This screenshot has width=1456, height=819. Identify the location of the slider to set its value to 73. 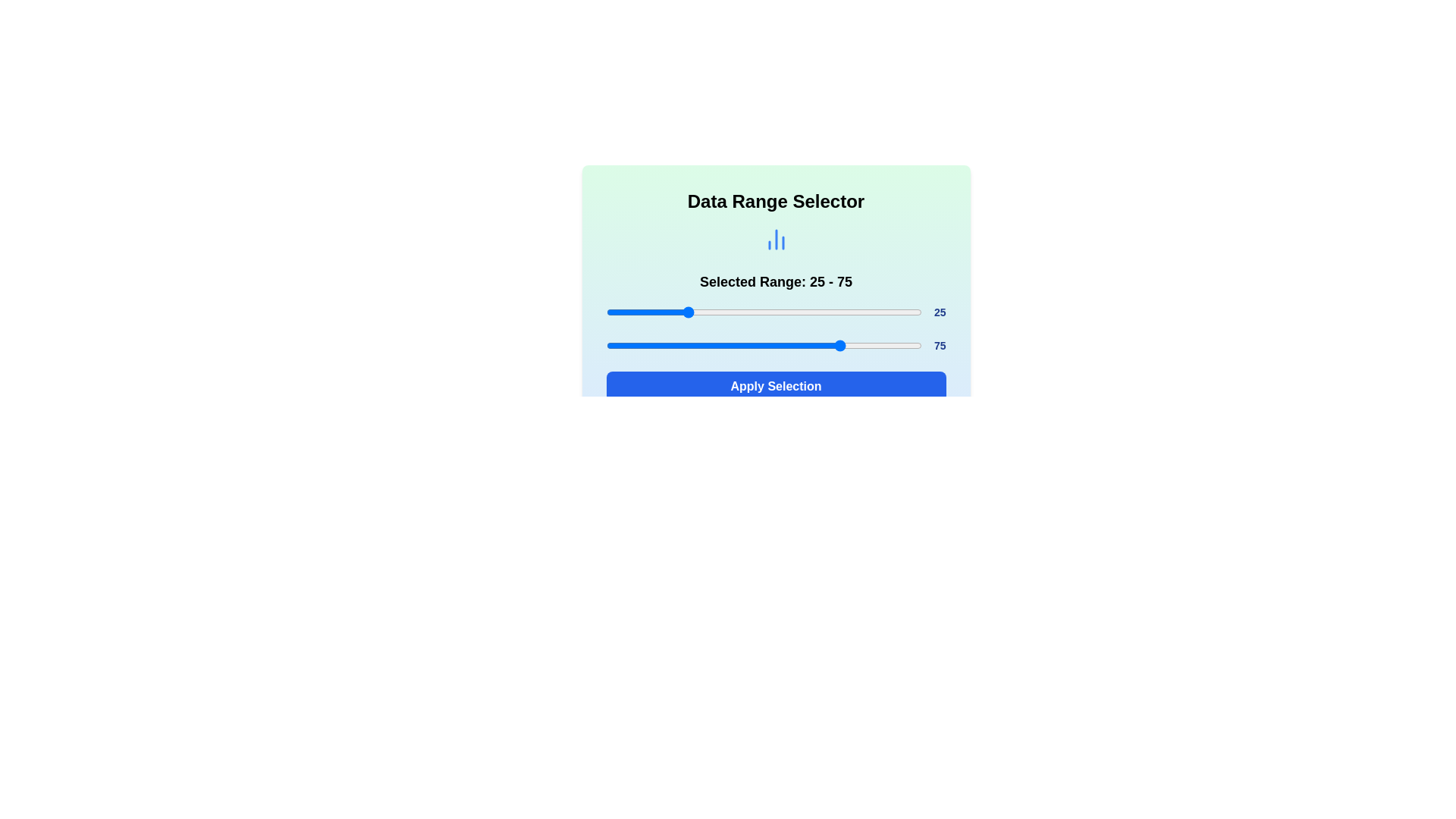
(836, 312).